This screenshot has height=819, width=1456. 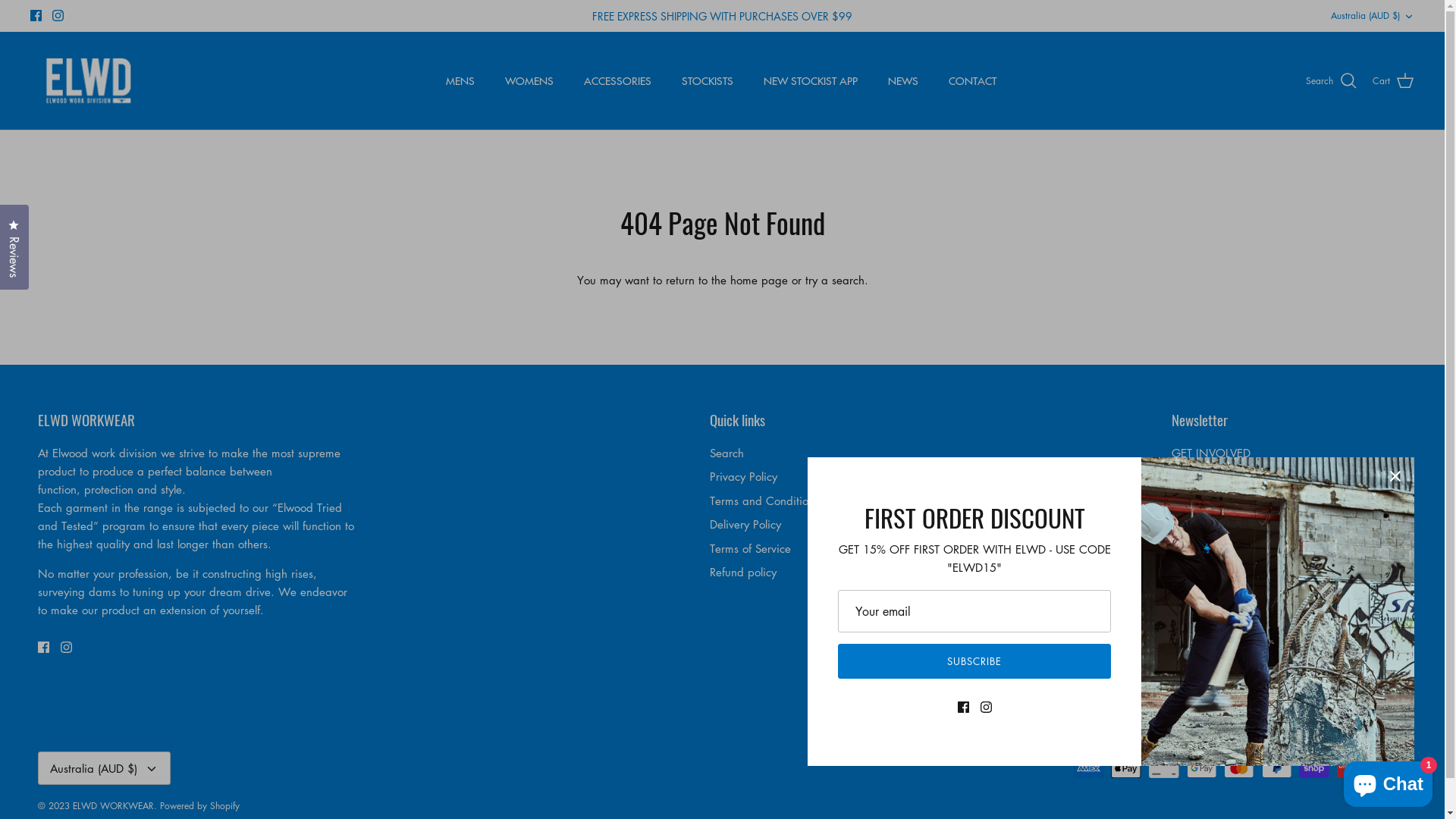 What do you see at coordinates (1372, 16) in the screenshot?
I see `'Australia (AUD $)` at bounding box center [1372, 16].